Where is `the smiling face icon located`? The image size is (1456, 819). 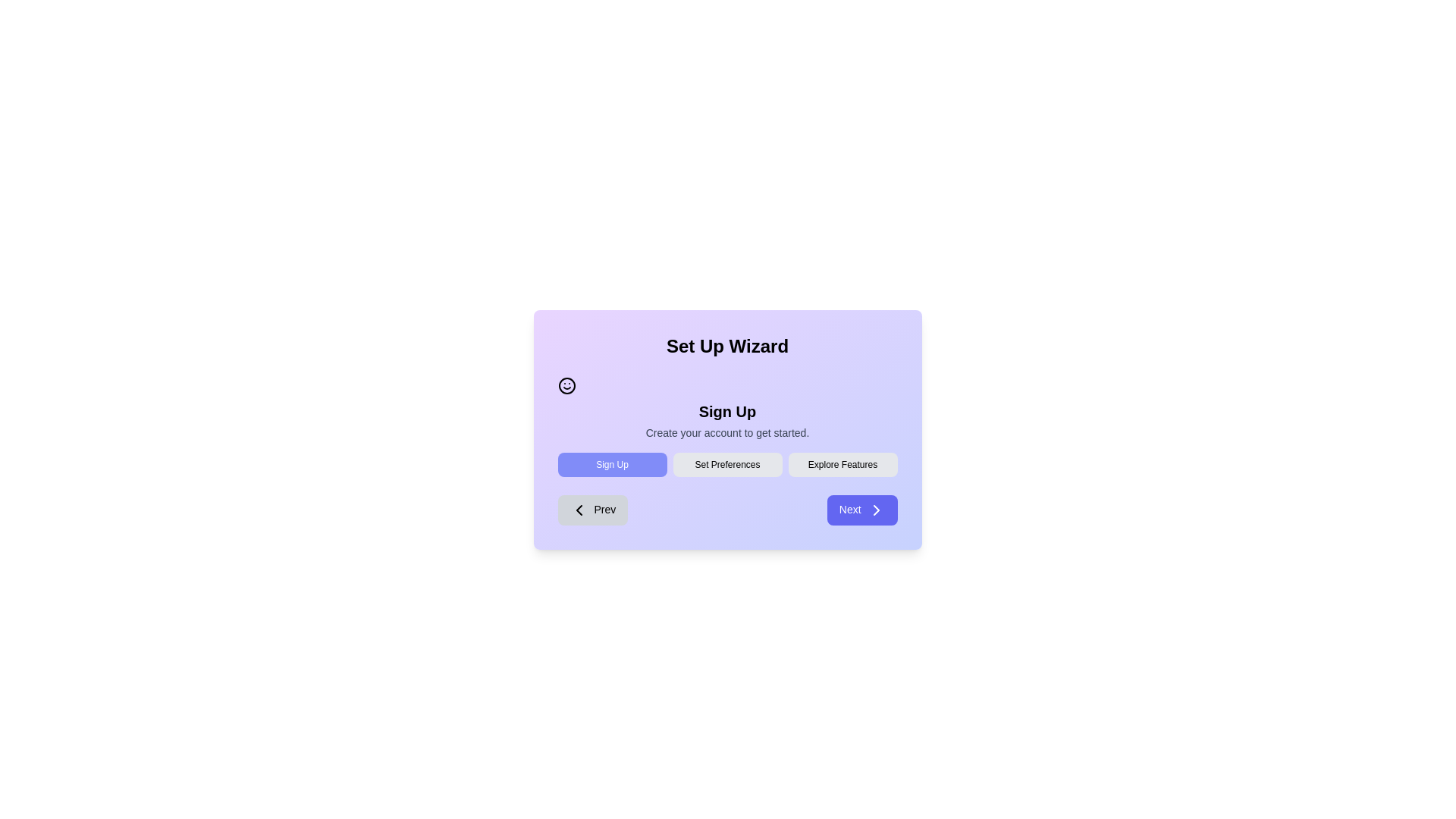
the smiling face icon located is located at coordinates (566, 385).